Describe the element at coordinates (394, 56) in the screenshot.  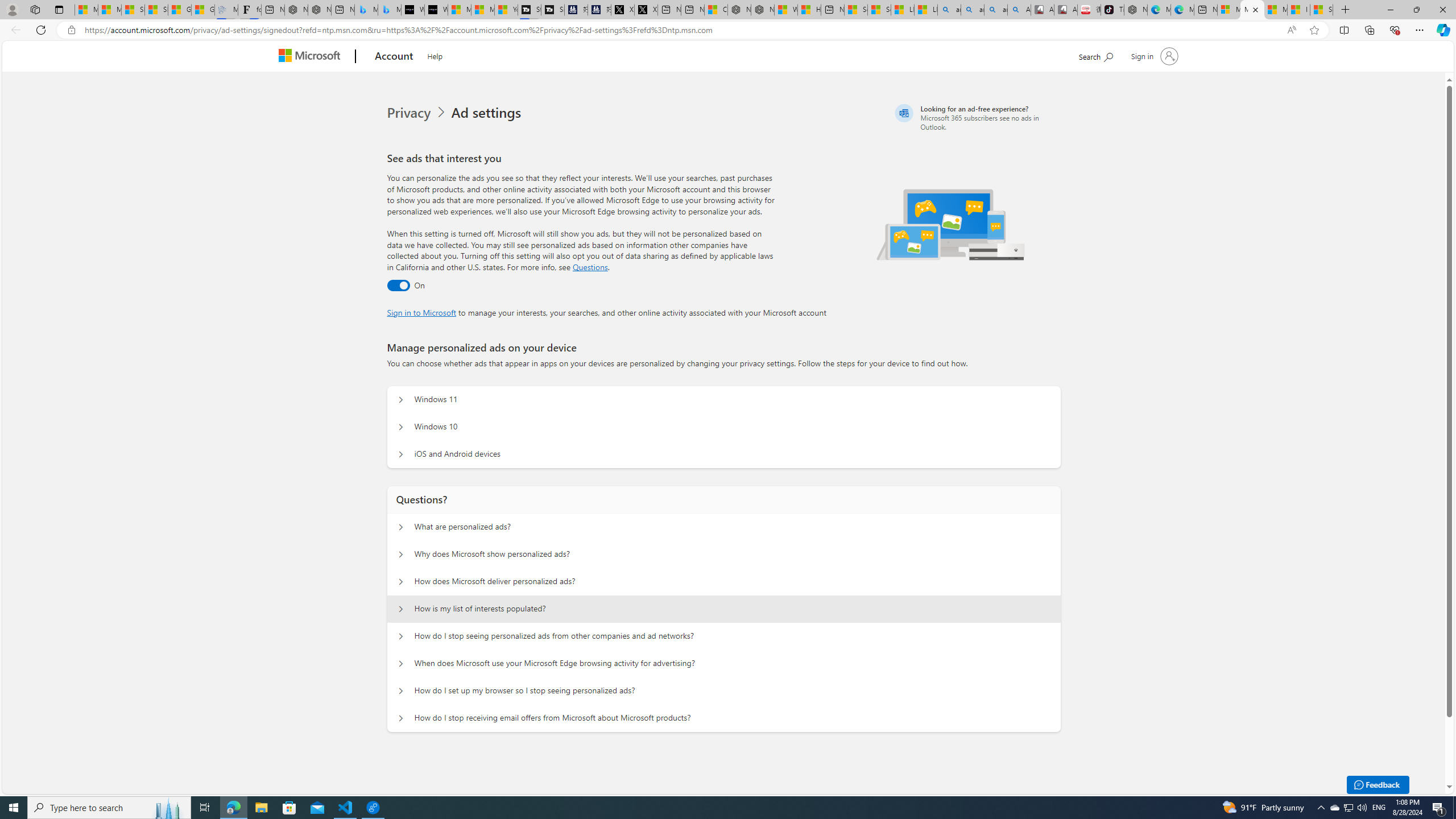
I see `'Account'` at that location.